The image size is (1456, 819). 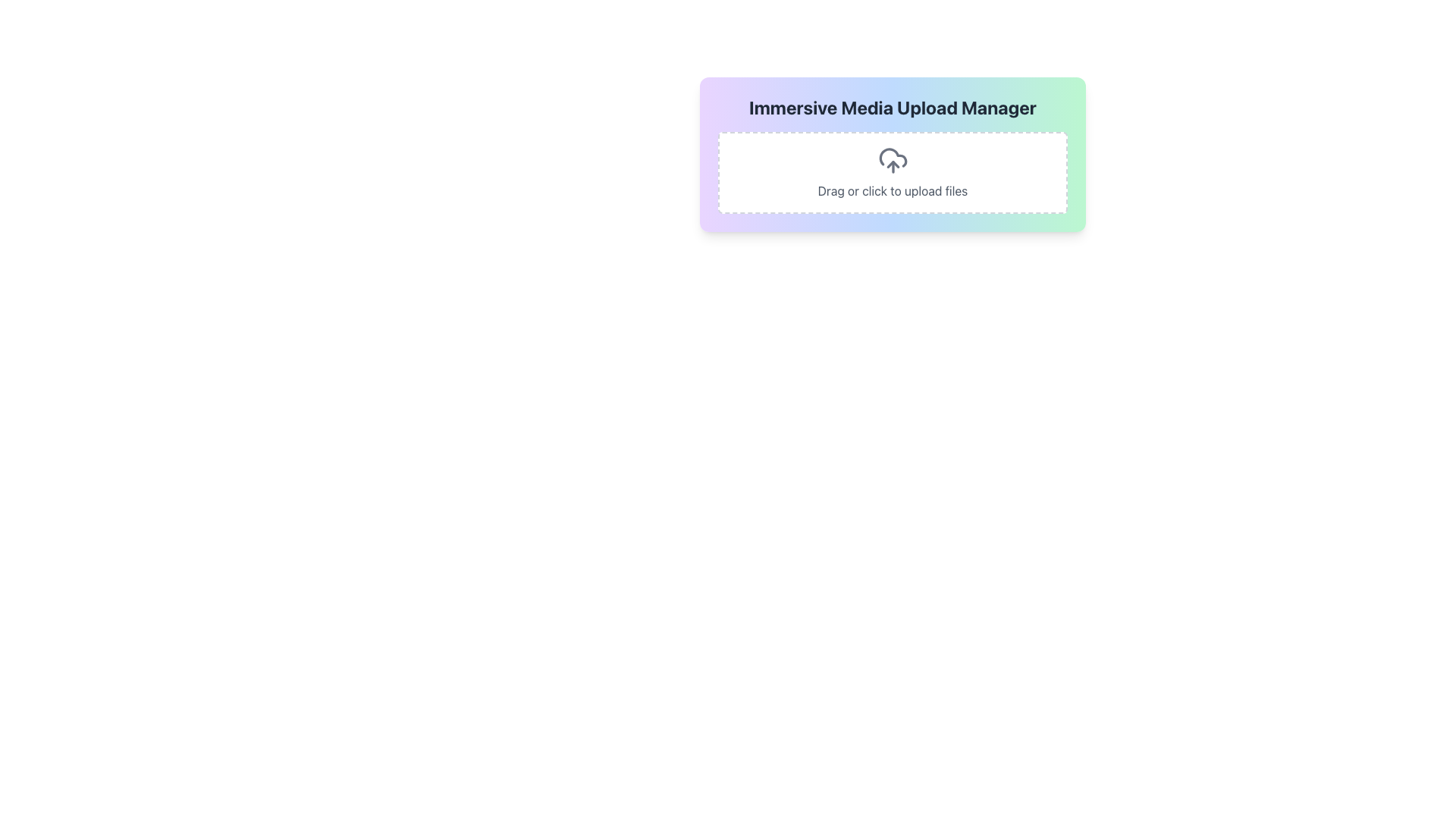 I want to click on the graphical cloud icon, which is the outer curve of the cloud in the upload area, positioned centrally and visually surrounding the upward arrow and vertical line, so click(x=893, y=158).